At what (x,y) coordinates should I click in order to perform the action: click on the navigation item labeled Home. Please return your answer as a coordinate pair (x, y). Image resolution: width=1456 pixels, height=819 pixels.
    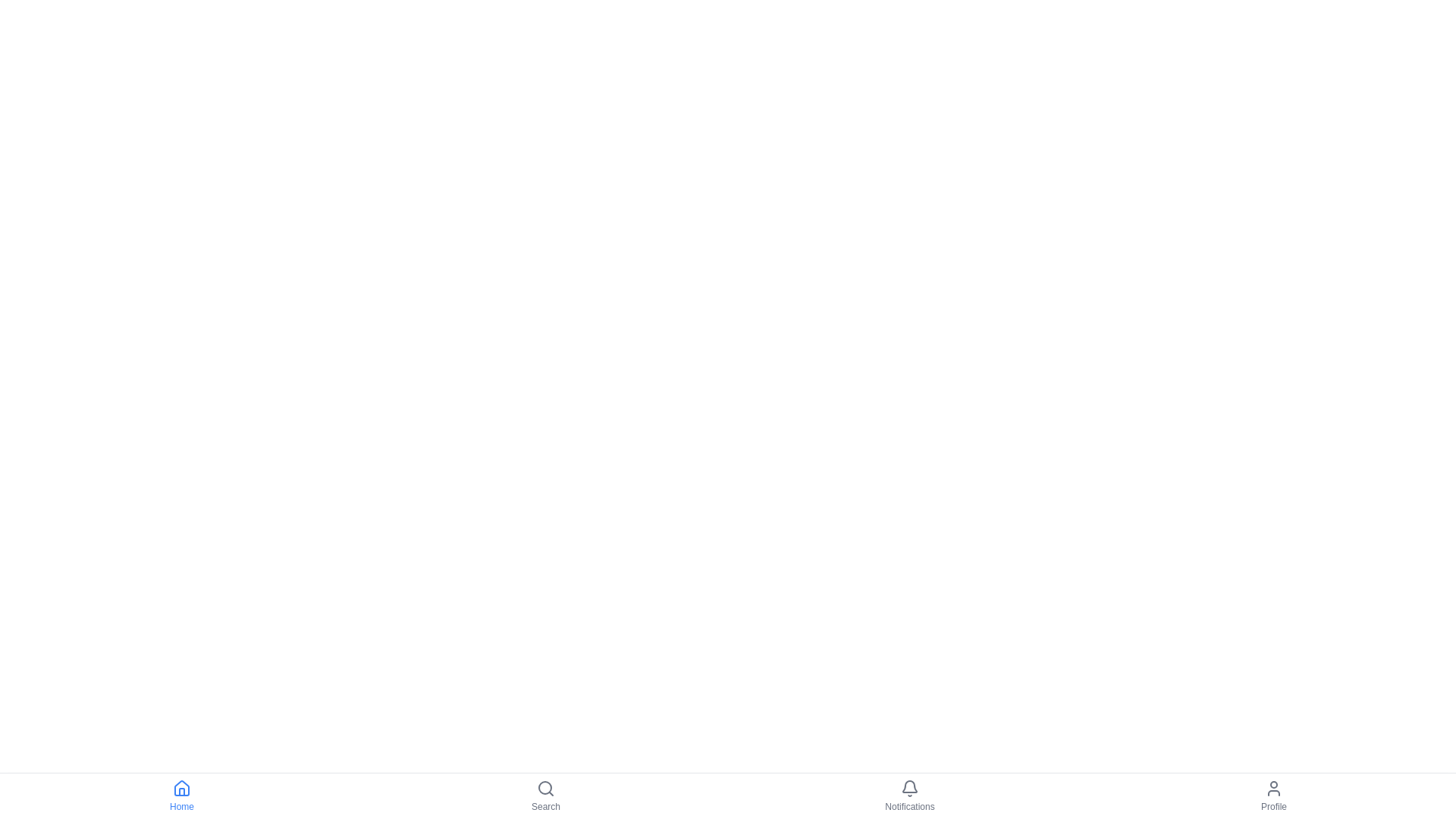
    Looking at the image, I should click on (182, 795).